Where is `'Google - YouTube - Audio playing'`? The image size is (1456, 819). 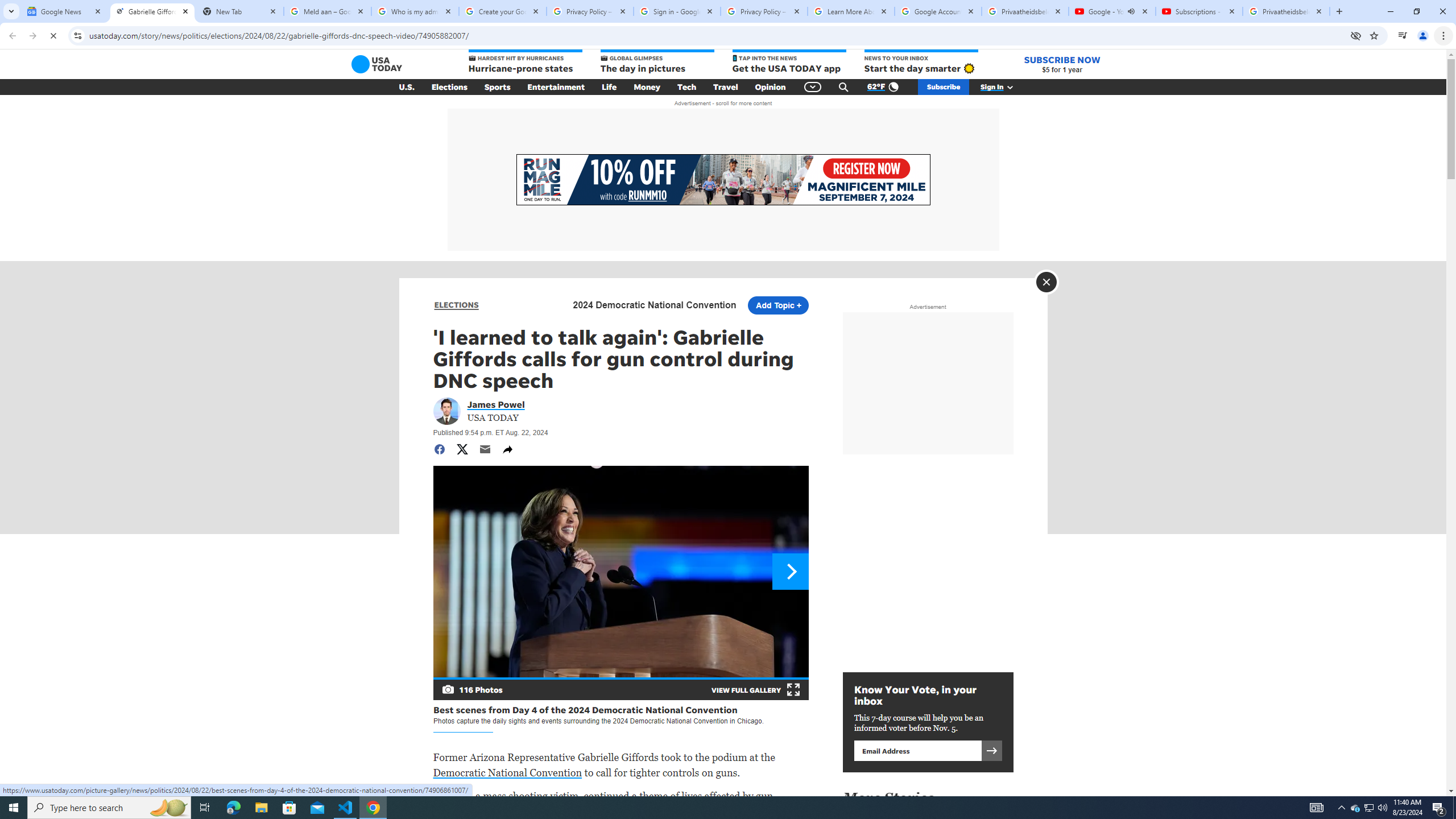 'Google - YouTube - Audio playing' is located at coordinates (1111, 11).